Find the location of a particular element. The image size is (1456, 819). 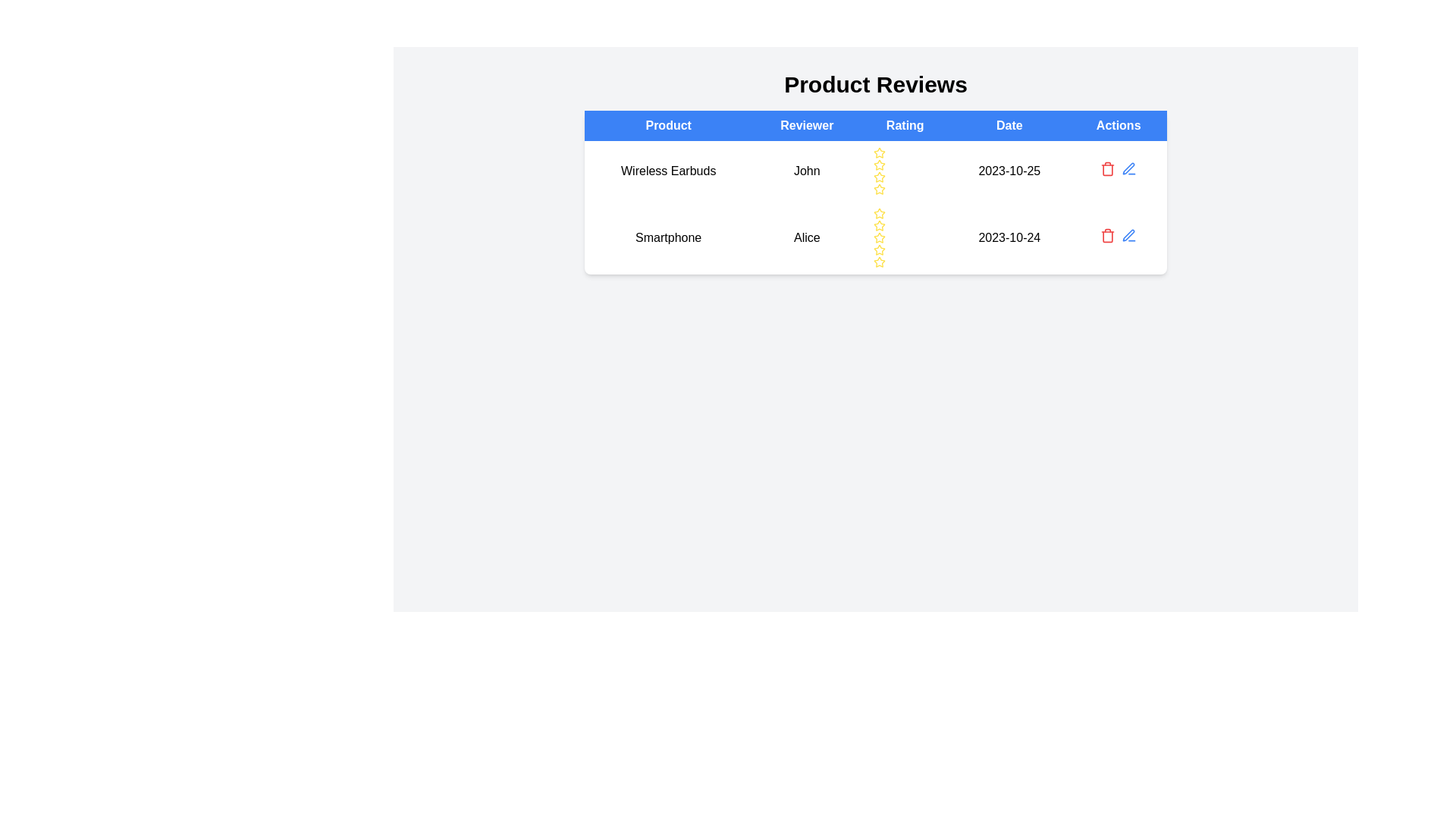

the first row of the data table displaying 'Wireless Earbuds' under Product, 'John' under Reviewer, and additional options under Actions is located at coordinates (876, 171).